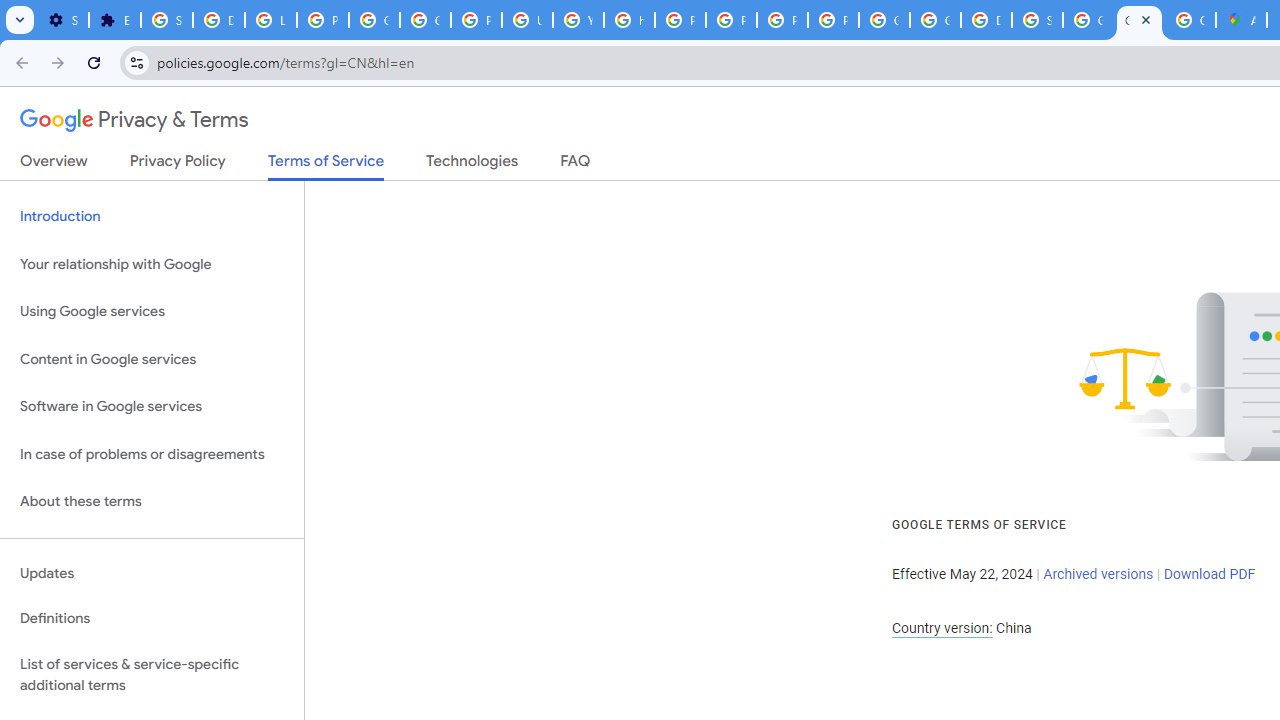 This screenshot has height=720, width=1280. Describe the element at coordinates (218, 20) in the screenshot. I see `'Delete photos & videos - Computer - Google Photos Help'` at that location.